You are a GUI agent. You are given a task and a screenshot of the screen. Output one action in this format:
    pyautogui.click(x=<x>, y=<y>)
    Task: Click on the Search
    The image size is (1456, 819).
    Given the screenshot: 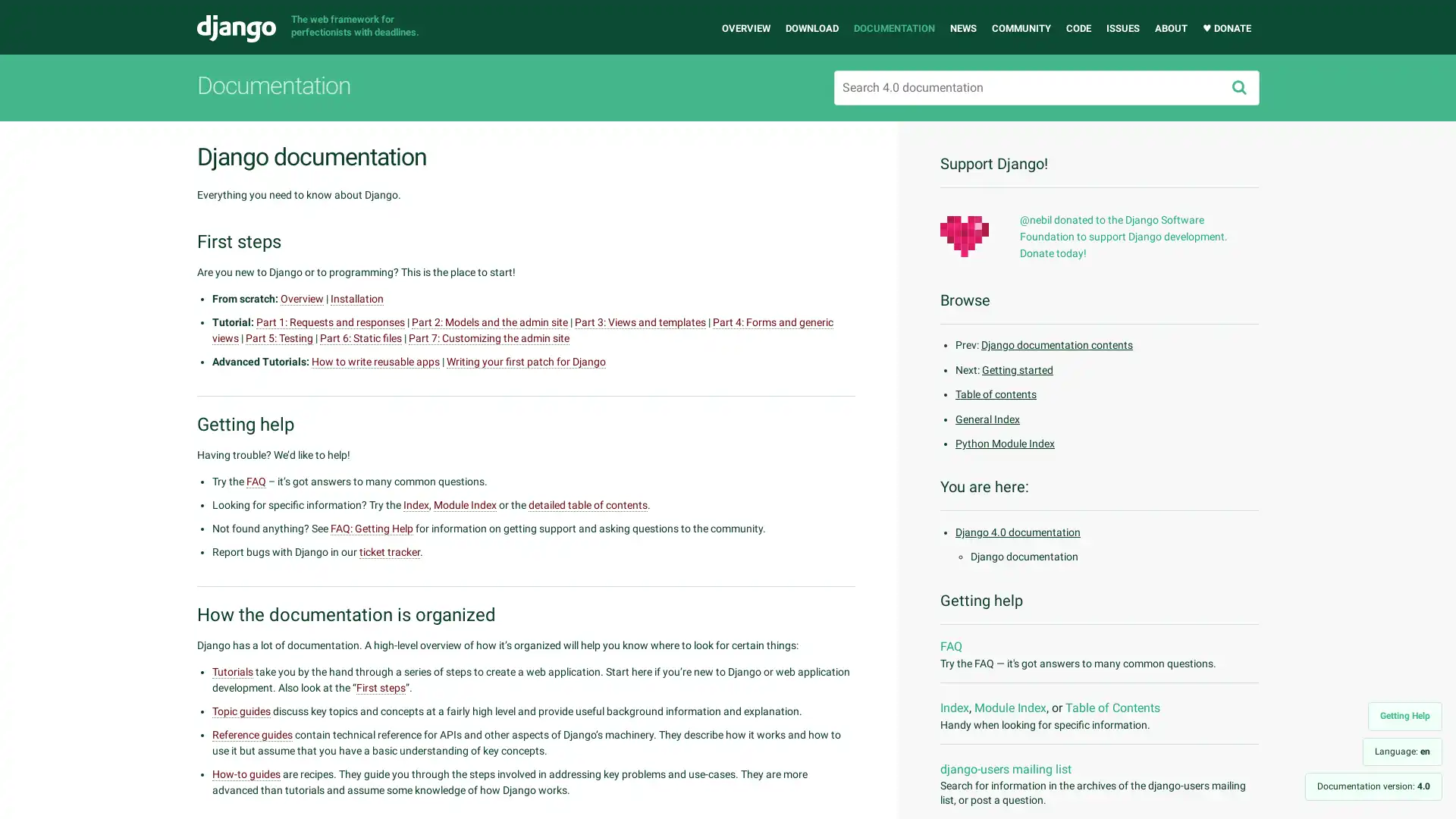 What is the action you would take?
    pyautogui.click(x=1238, y=87)
    